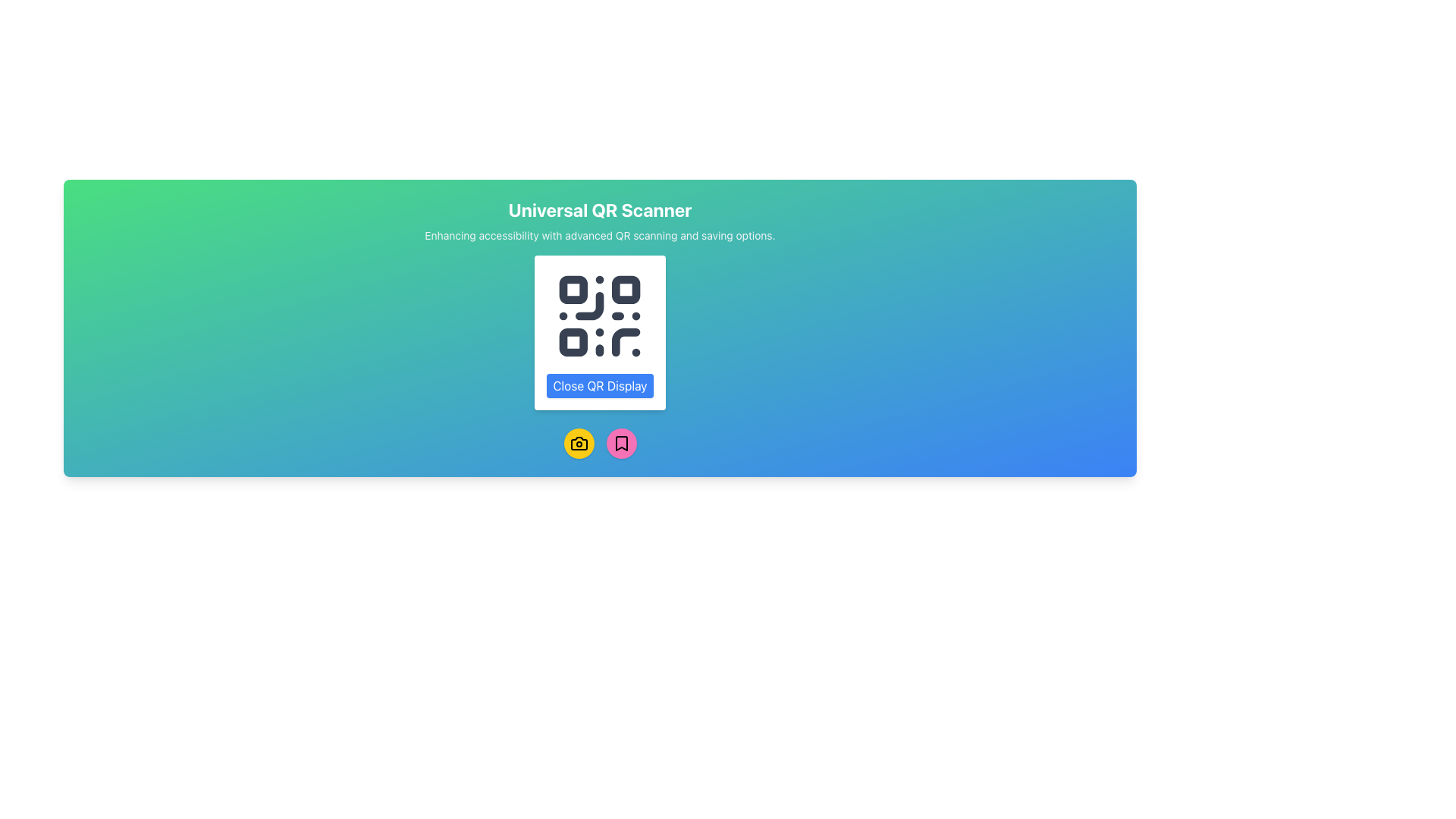  I want to click on the bookmark icon button with a pink circular background located in the bottom-right corner of the main interactive section, so click(621, 444).